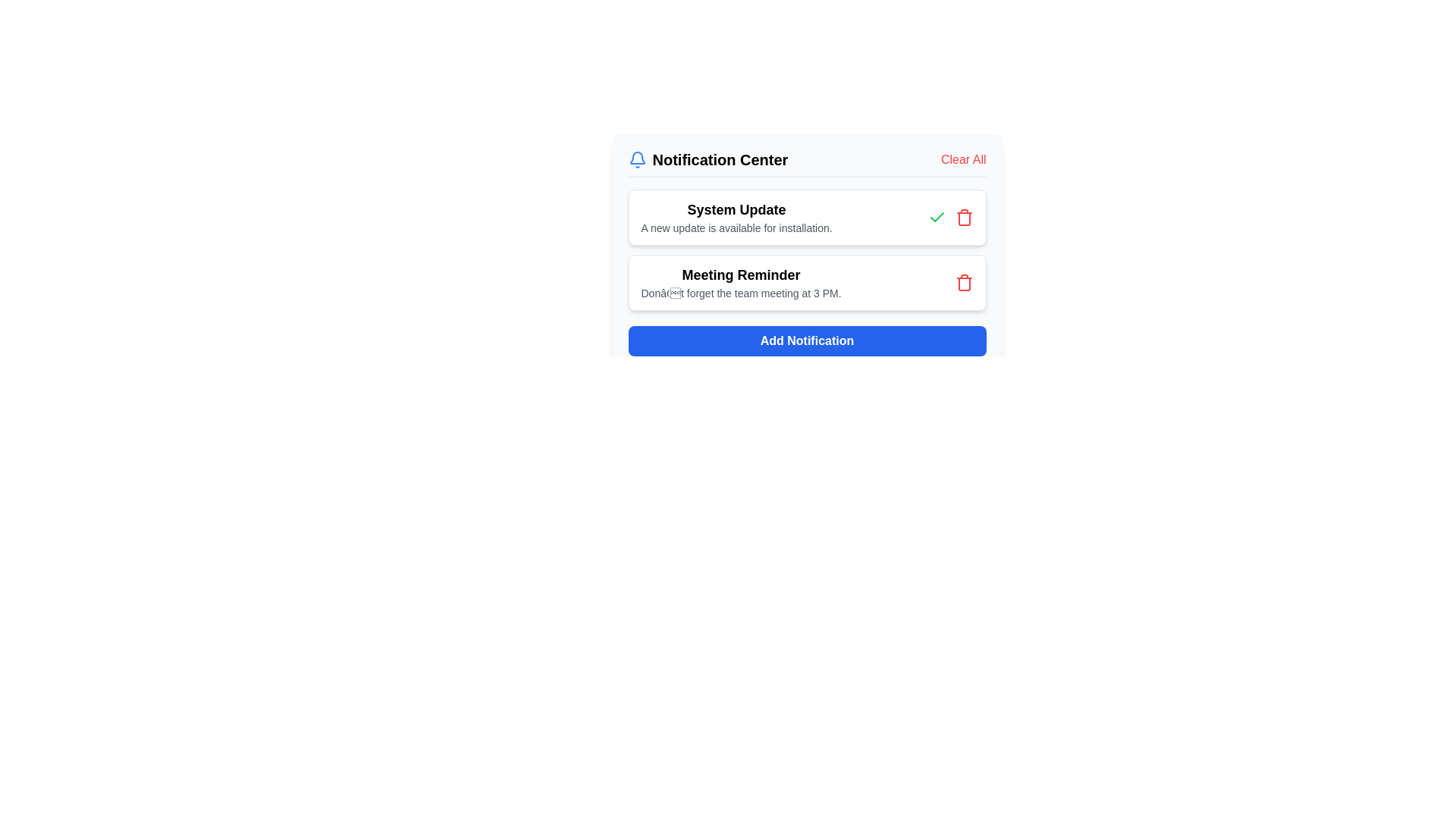 The image size is (1456, 819). What do you see at coordinates (962, 160) in the screenshot?
I see `the hyperlink in the upper-right corner of the Notification Center` at bounding box center [962, 160].